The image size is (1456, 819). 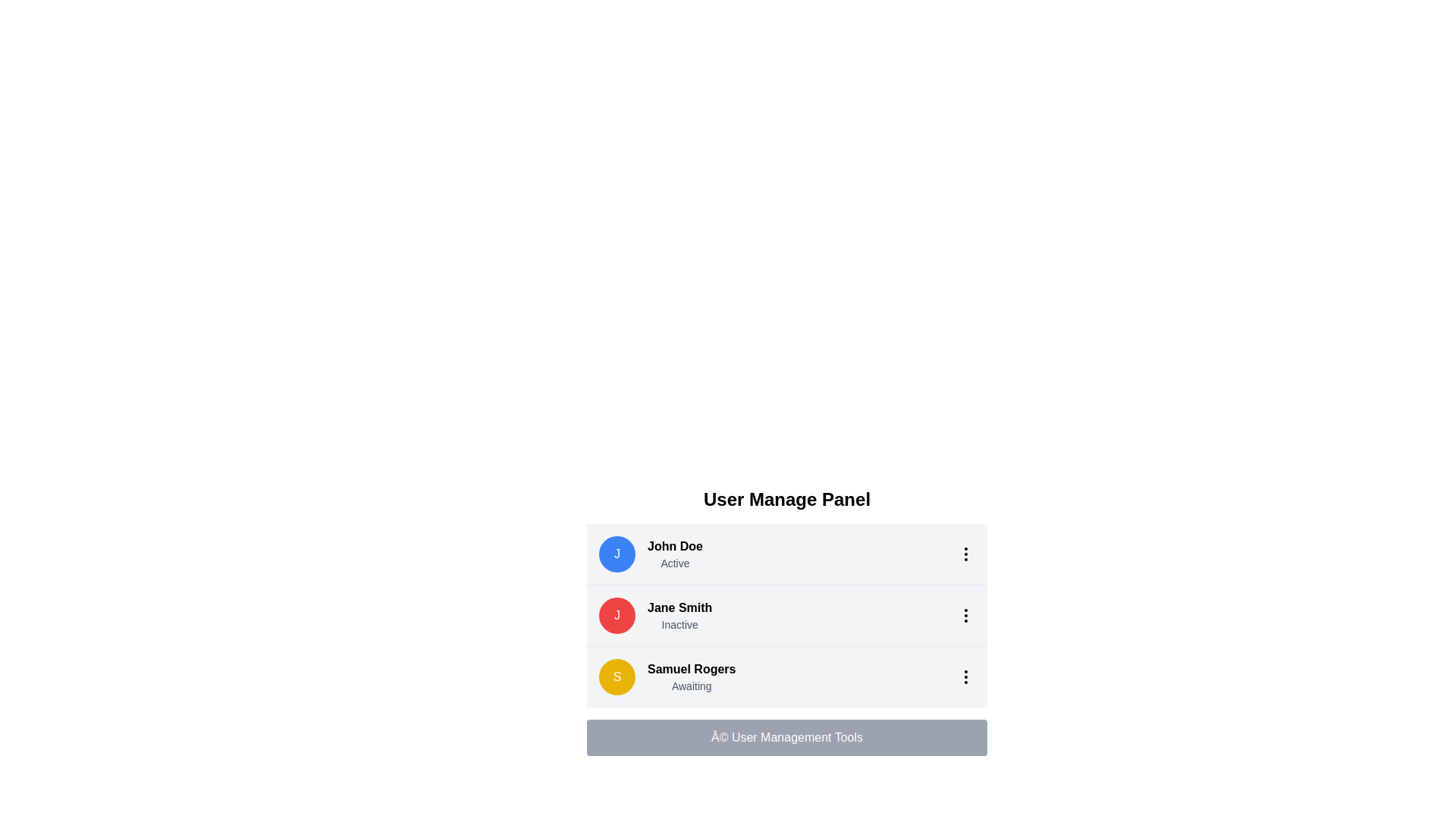 I want to click on the static text component displaying 'Â© User Management Tools' located at the bottom of the 'User Manage Panel' interface, so click(x=786, y=736).